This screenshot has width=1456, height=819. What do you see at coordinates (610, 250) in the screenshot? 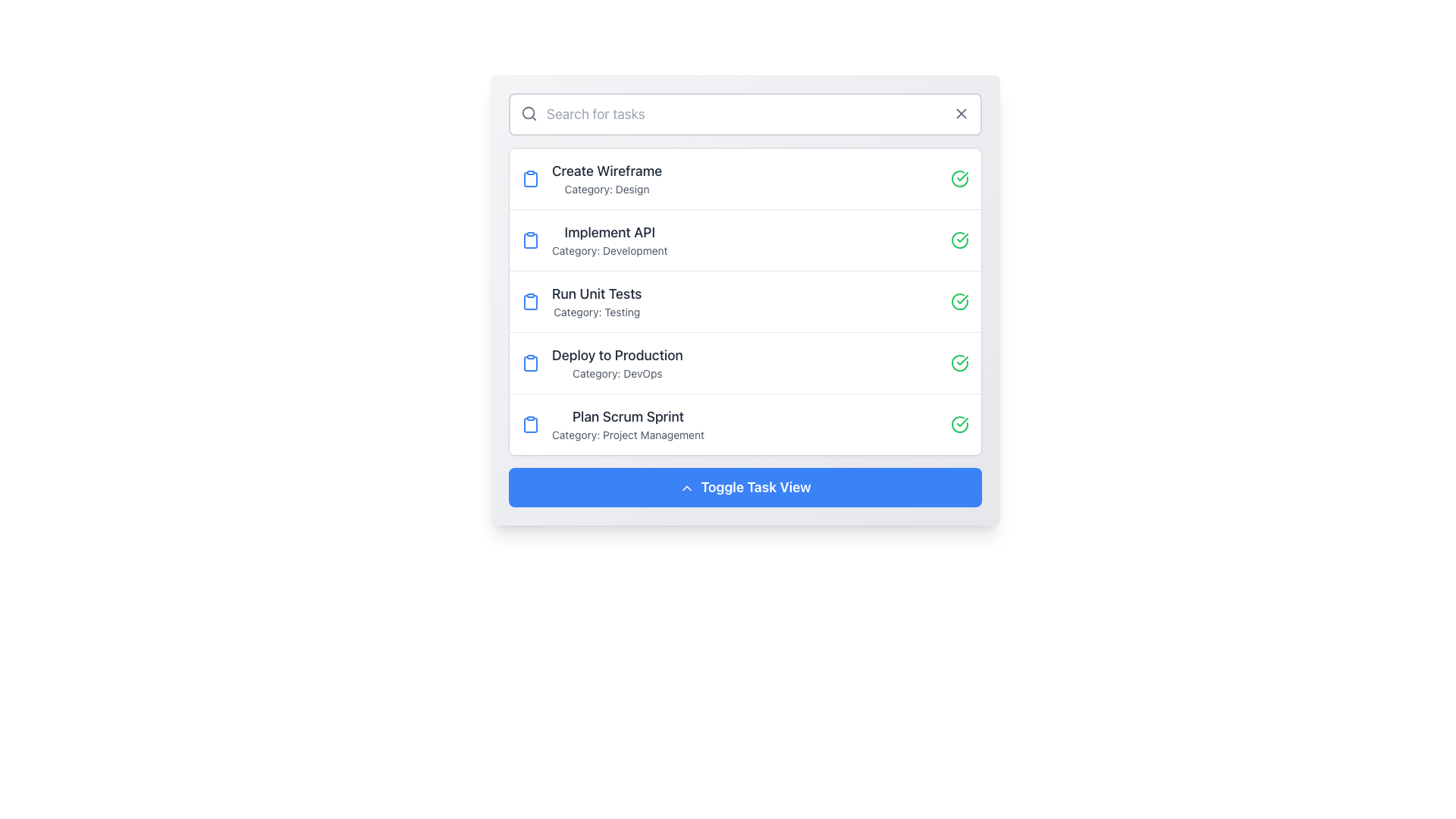
I see `text content of the label displaying 'Category: Development', which is styled in a smaller gray font and positioned below the 'Implement API' heading` at bounding box center [610, 250].